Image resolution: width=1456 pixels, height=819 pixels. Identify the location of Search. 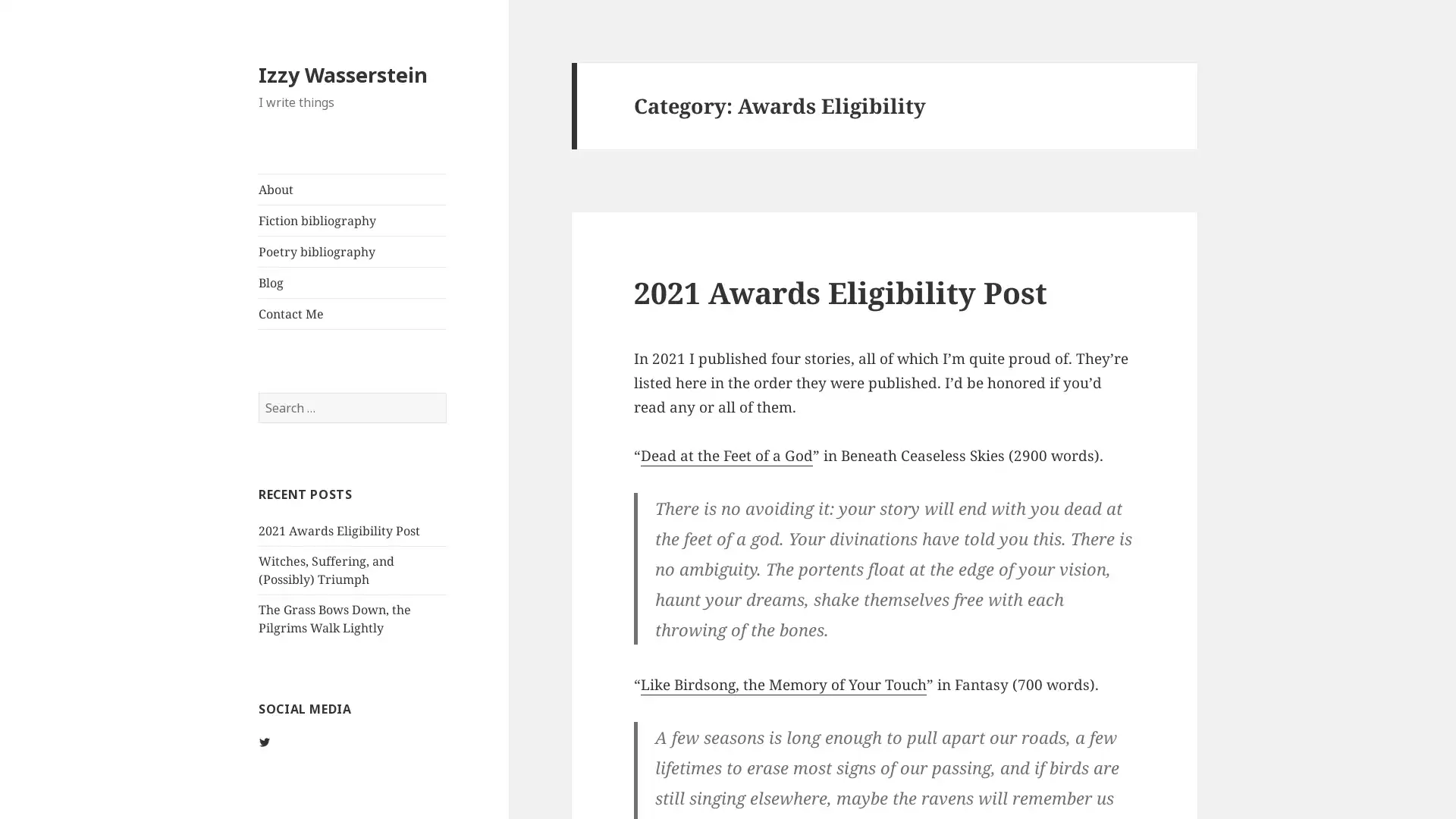
(444, 391).